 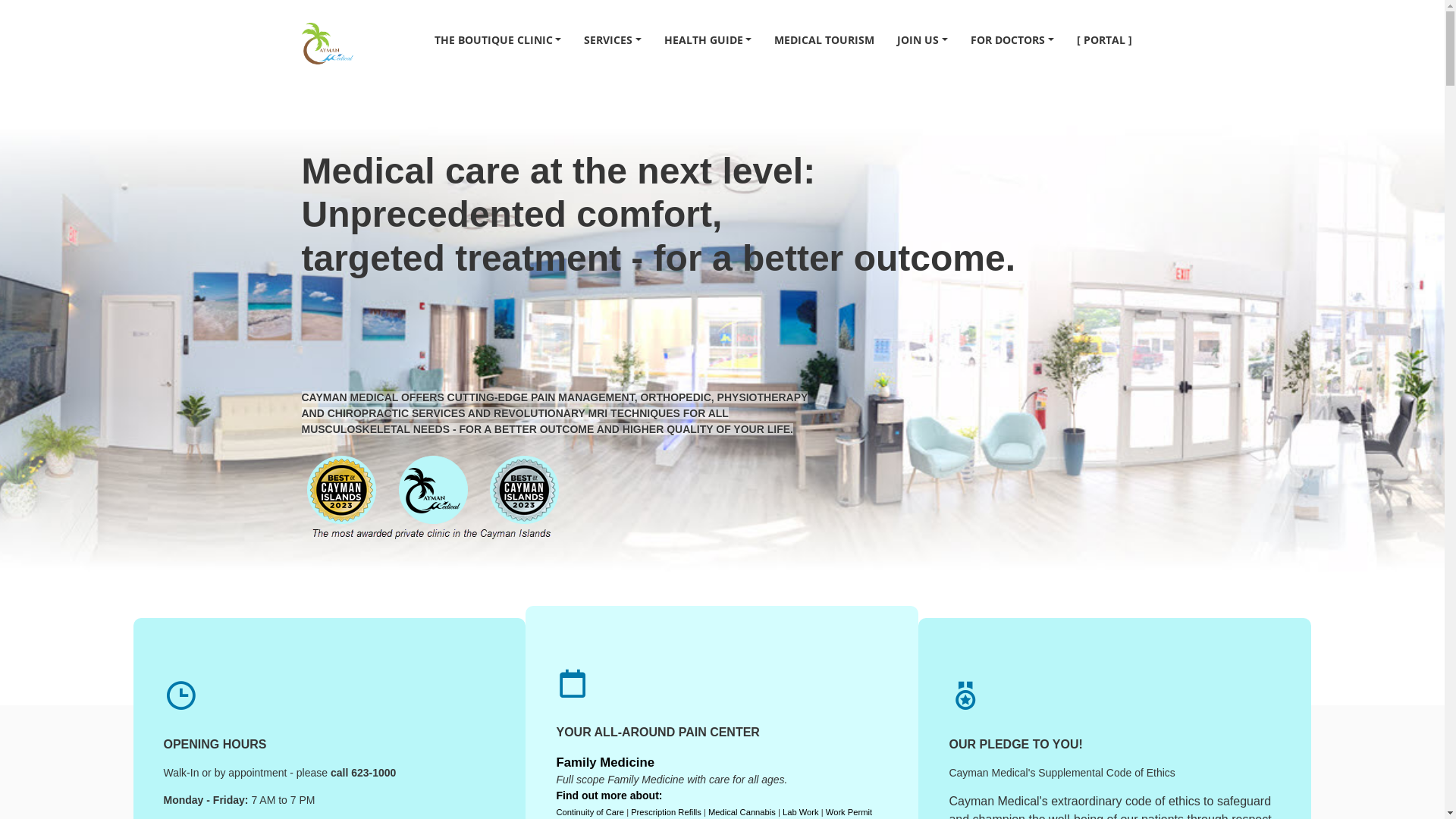 I want to click on 'MEDICAL TOURISM', so click(x=823, y=39).